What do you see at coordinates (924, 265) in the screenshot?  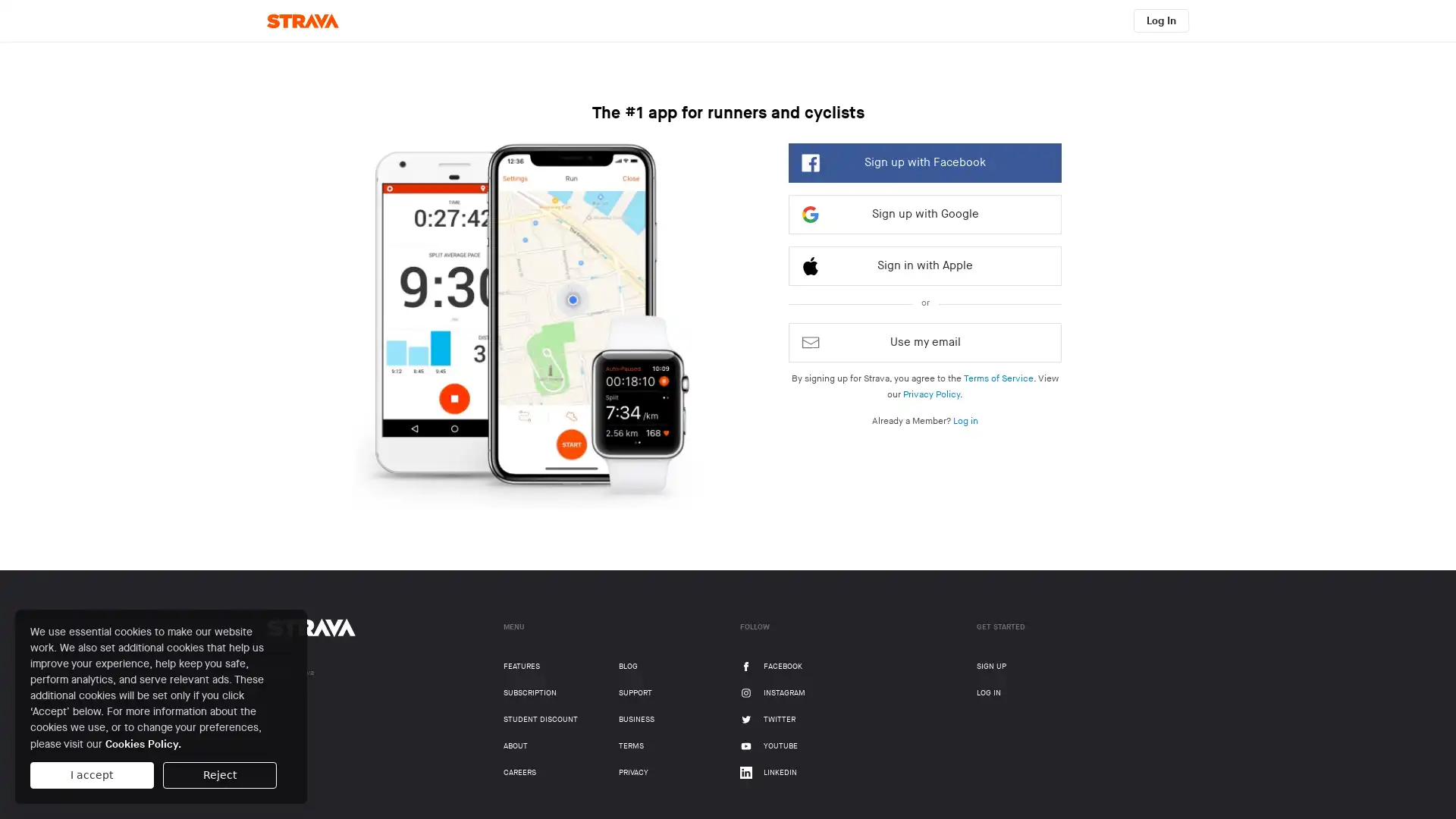 I see `Sign in with Apple` at bounding box center [924, 265].